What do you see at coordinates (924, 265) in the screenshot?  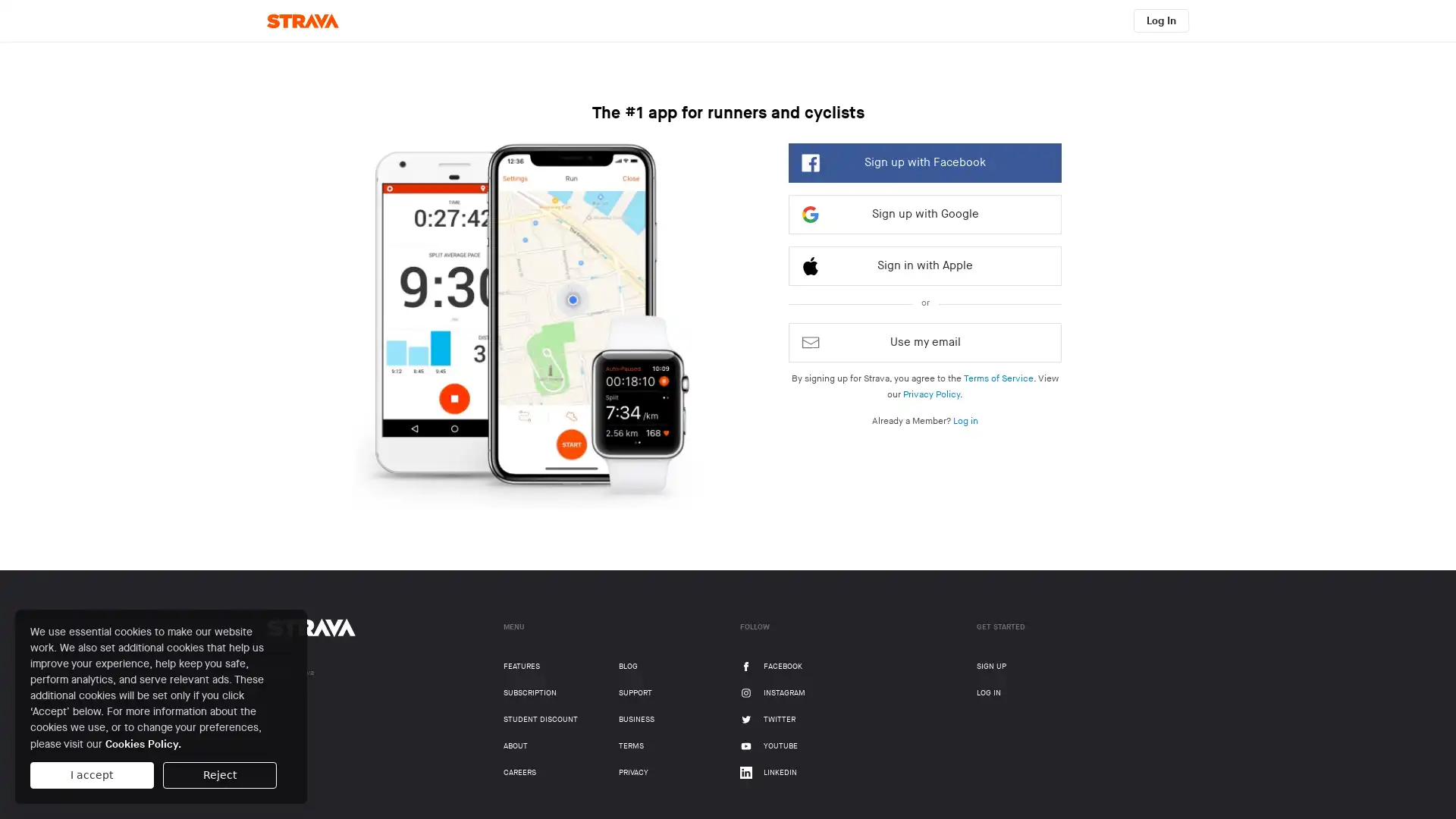 I see `Sign in with Apple` at bounding box center [924, 265].